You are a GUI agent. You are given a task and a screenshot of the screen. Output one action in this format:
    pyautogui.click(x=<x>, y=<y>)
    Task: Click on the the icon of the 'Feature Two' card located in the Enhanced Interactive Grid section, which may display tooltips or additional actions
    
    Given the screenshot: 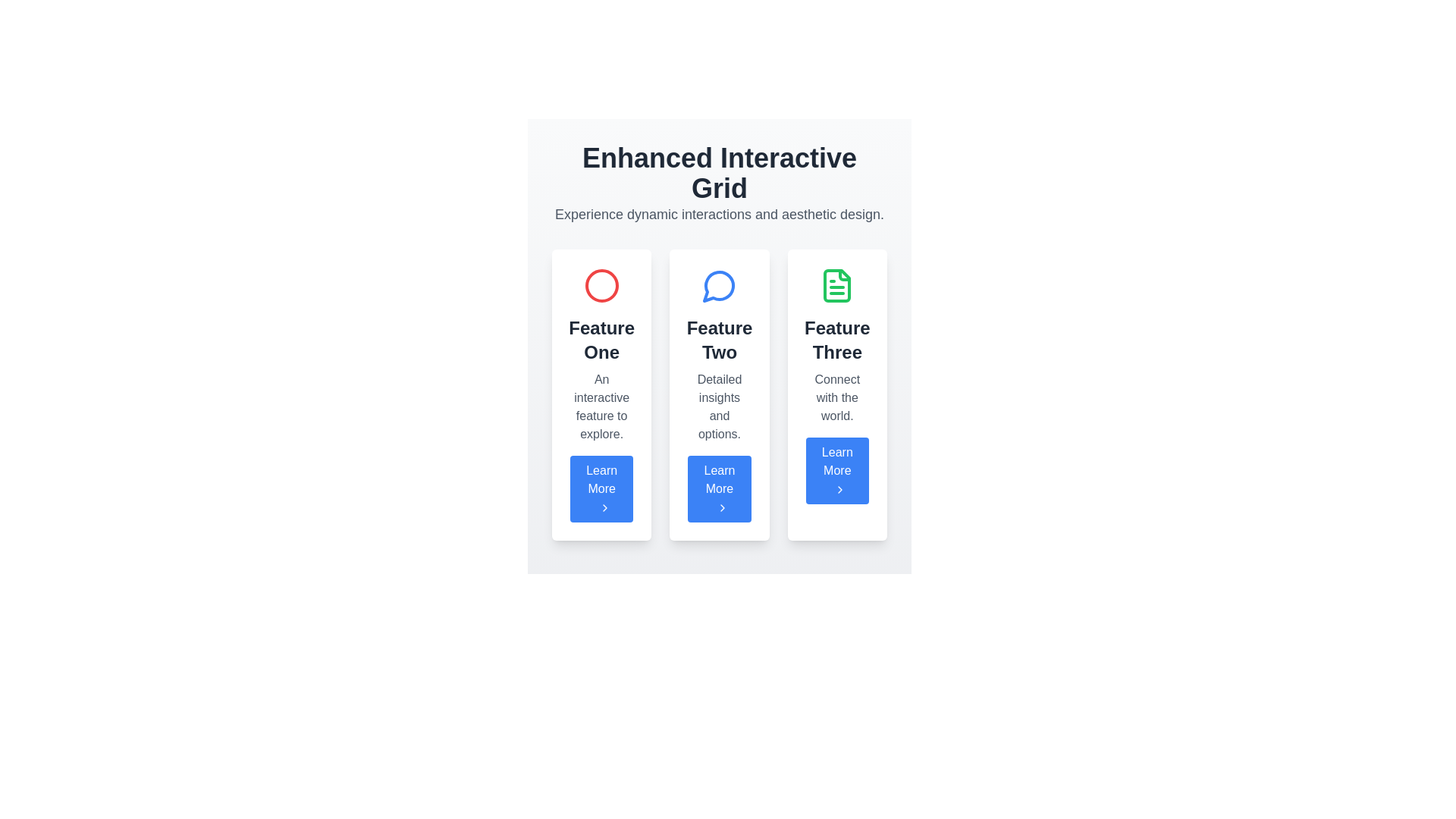 What is the action you would take?
    pyautogui.click(x=719, y=394)
    